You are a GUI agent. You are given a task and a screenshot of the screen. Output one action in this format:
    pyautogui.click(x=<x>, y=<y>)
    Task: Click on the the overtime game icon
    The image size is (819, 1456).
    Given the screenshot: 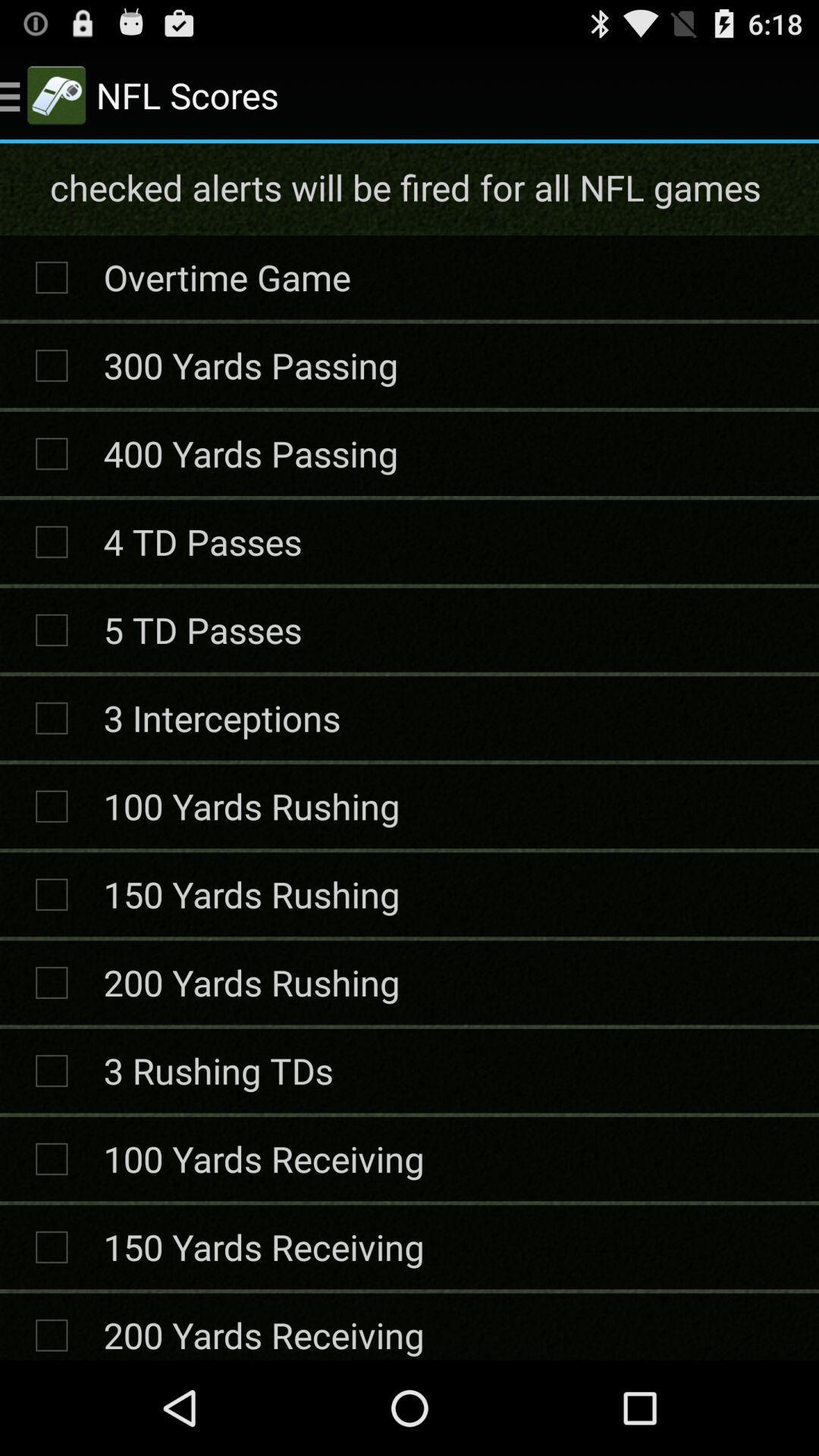 What is the action you would take?
    pyautogui.click(x=227, y=277)
    